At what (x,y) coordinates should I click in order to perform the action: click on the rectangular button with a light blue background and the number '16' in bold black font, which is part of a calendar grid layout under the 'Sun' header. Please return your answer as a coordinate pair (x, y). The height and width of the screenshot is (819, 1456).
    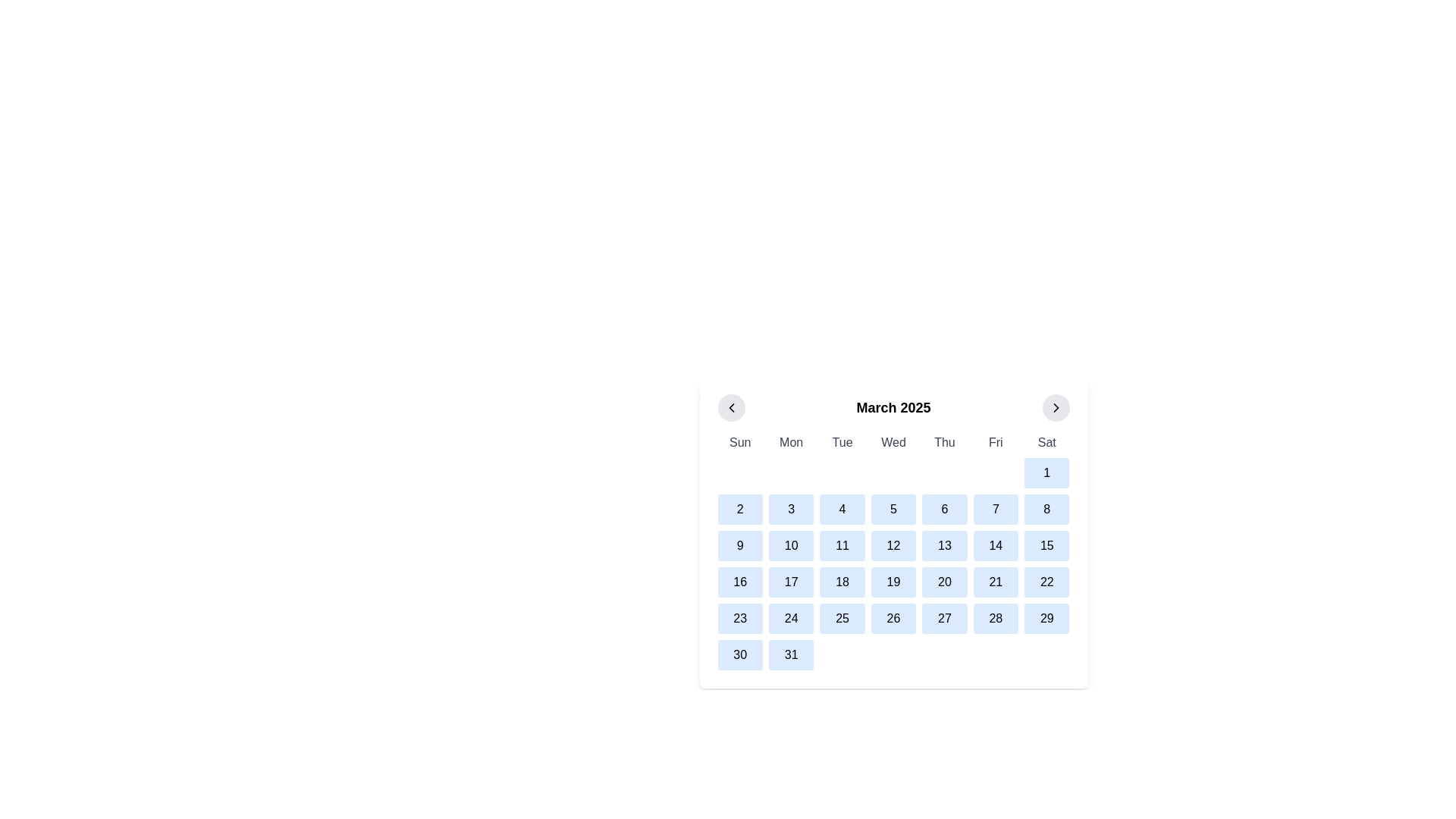
    Looking at the image, I should click on (740, 581).